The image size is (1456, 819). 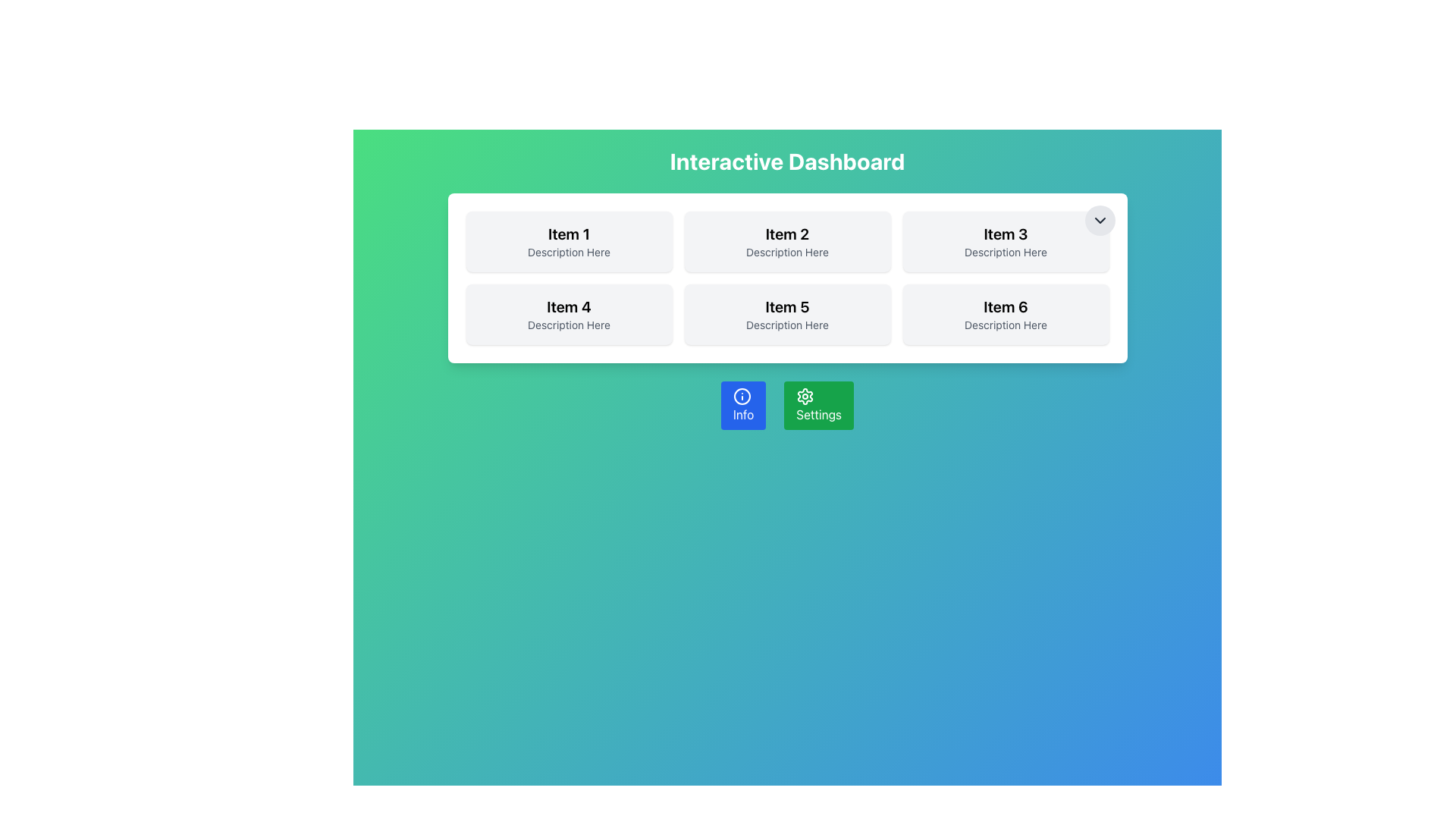 I want to click on the Static display card featuring 'Item 6' and 'Description Here' text, which is the sixth card in a three-column grid layout, so click(x=1006, y=314).